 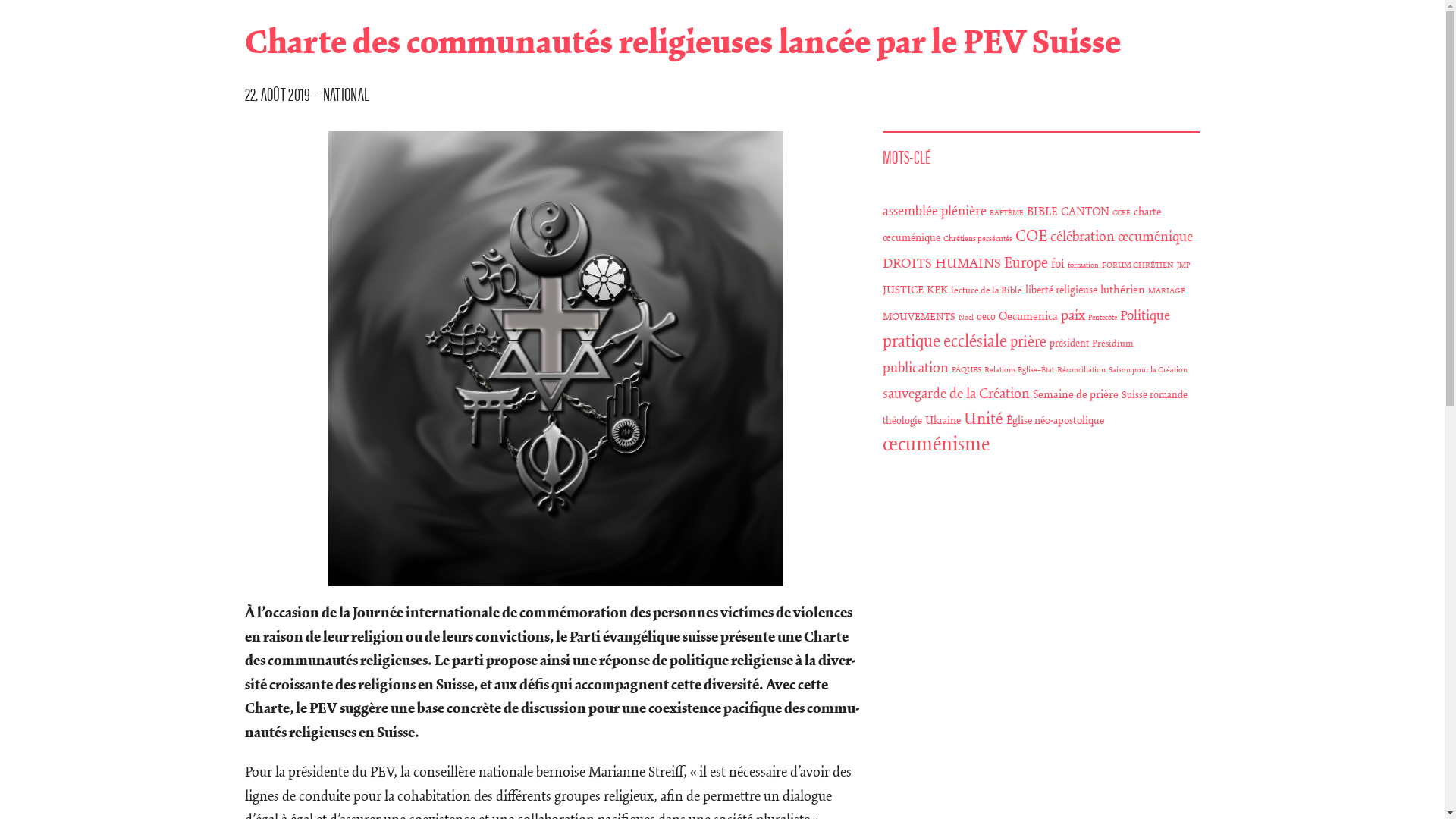 I want to click on 'Suisse romande', so click(x=1153, y=394).